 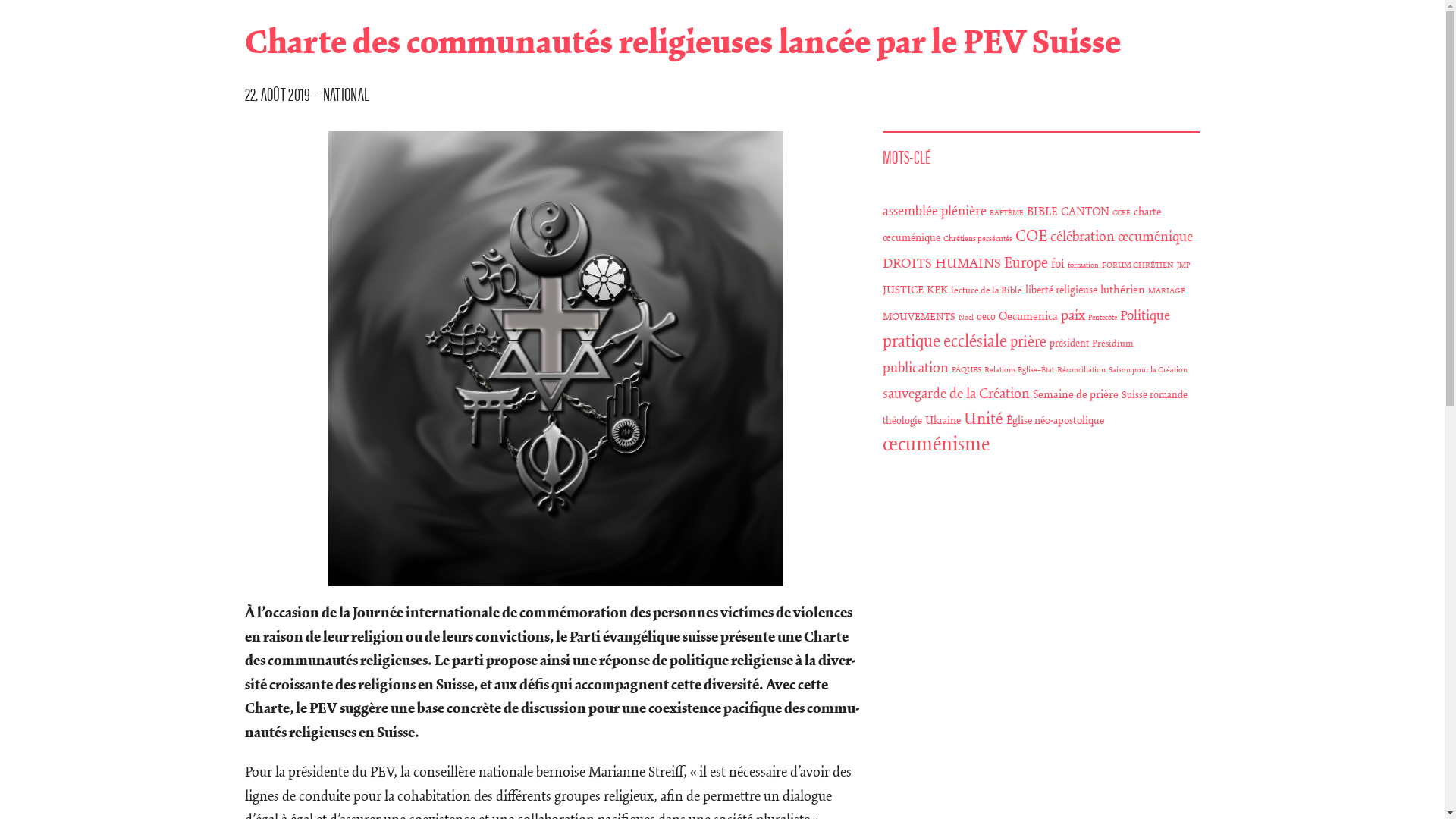 I want to click on 'Suisse romande', so click(x=1153, y=394).